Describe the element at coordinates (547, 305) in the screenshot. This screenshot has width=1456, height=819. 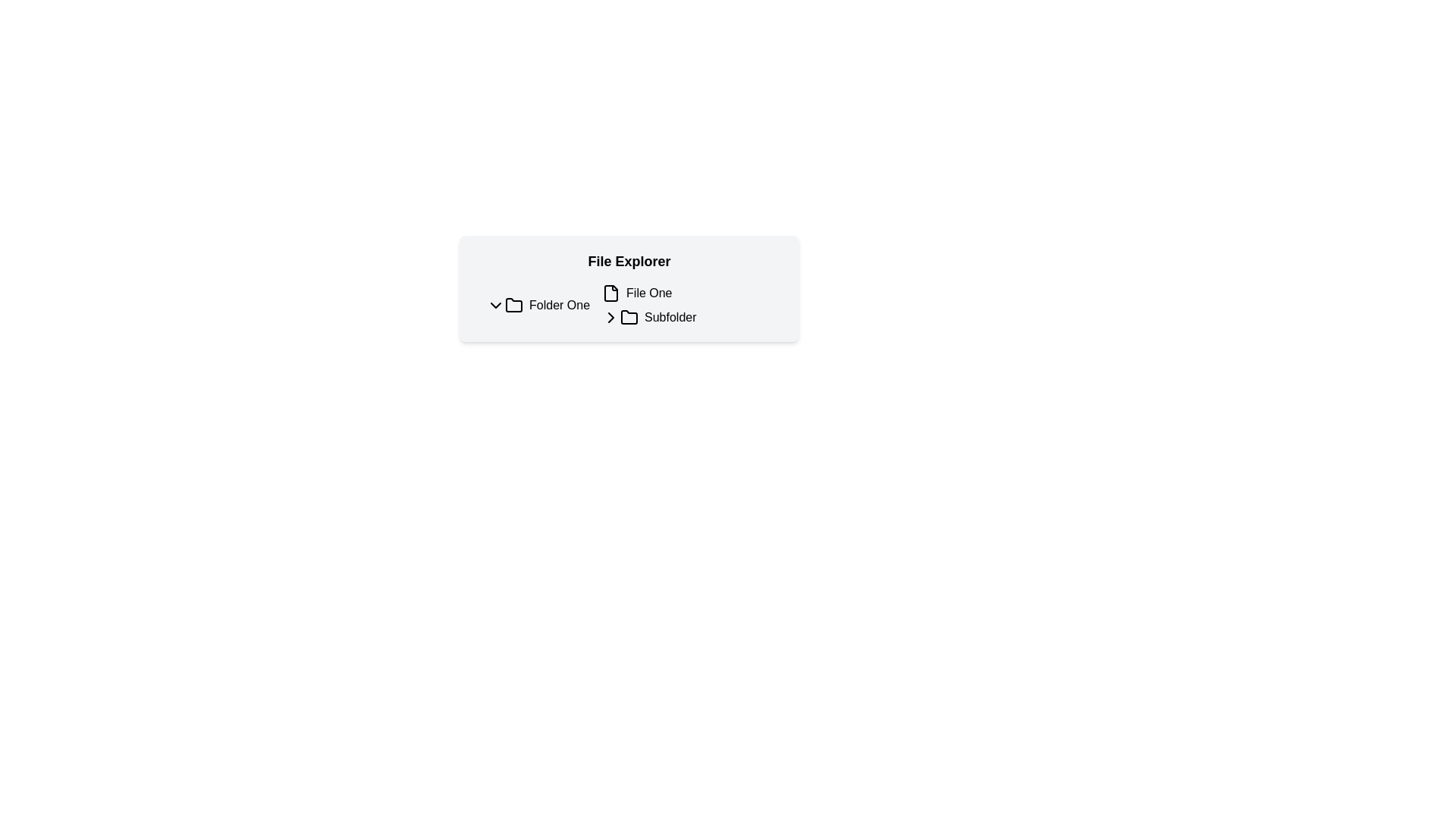
I see `the 'Folder One' entry, which is a folder icon followed by the text label` at that location.